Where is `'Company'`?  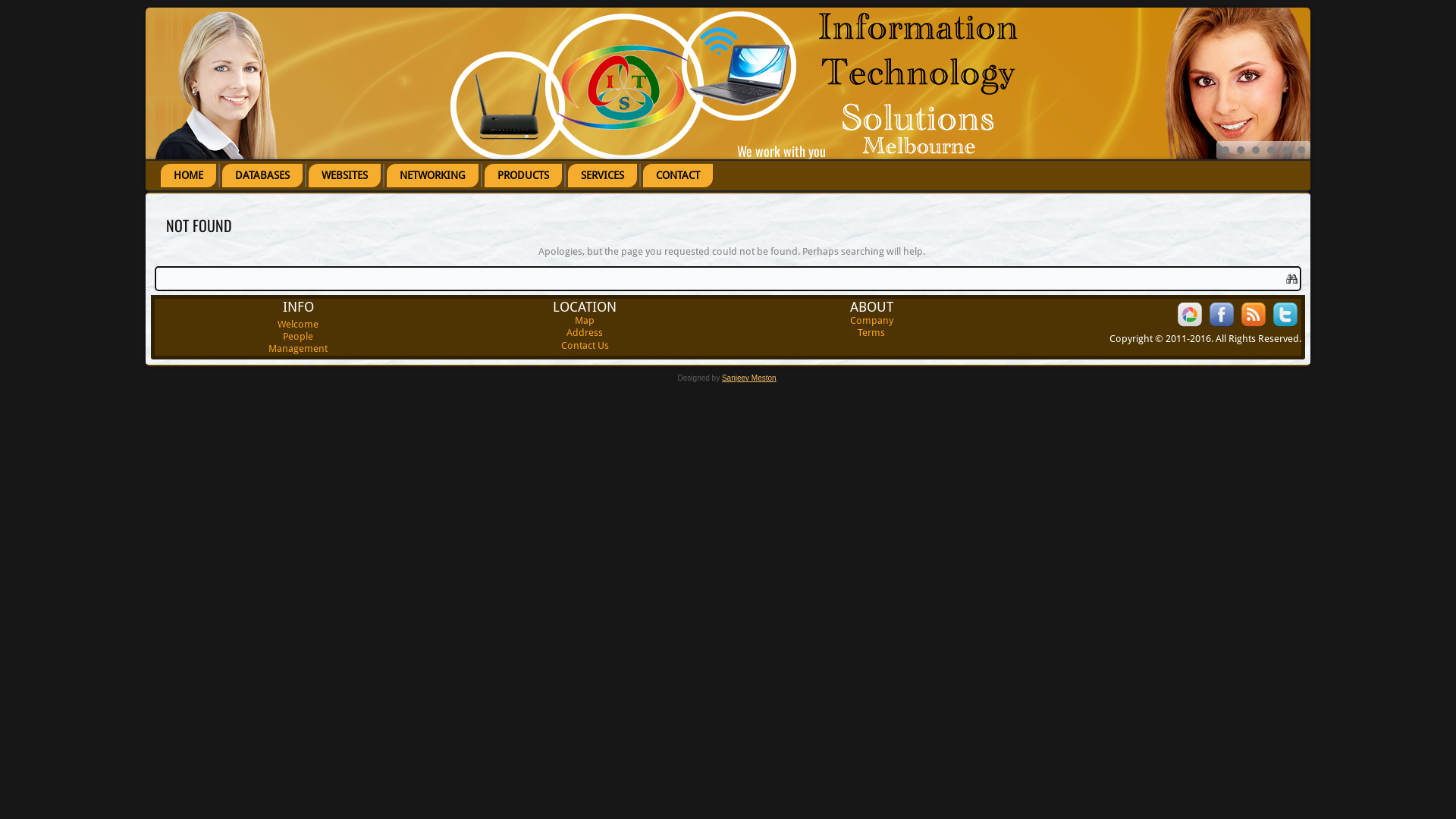 'Company' is located at coordinates (871, 319).